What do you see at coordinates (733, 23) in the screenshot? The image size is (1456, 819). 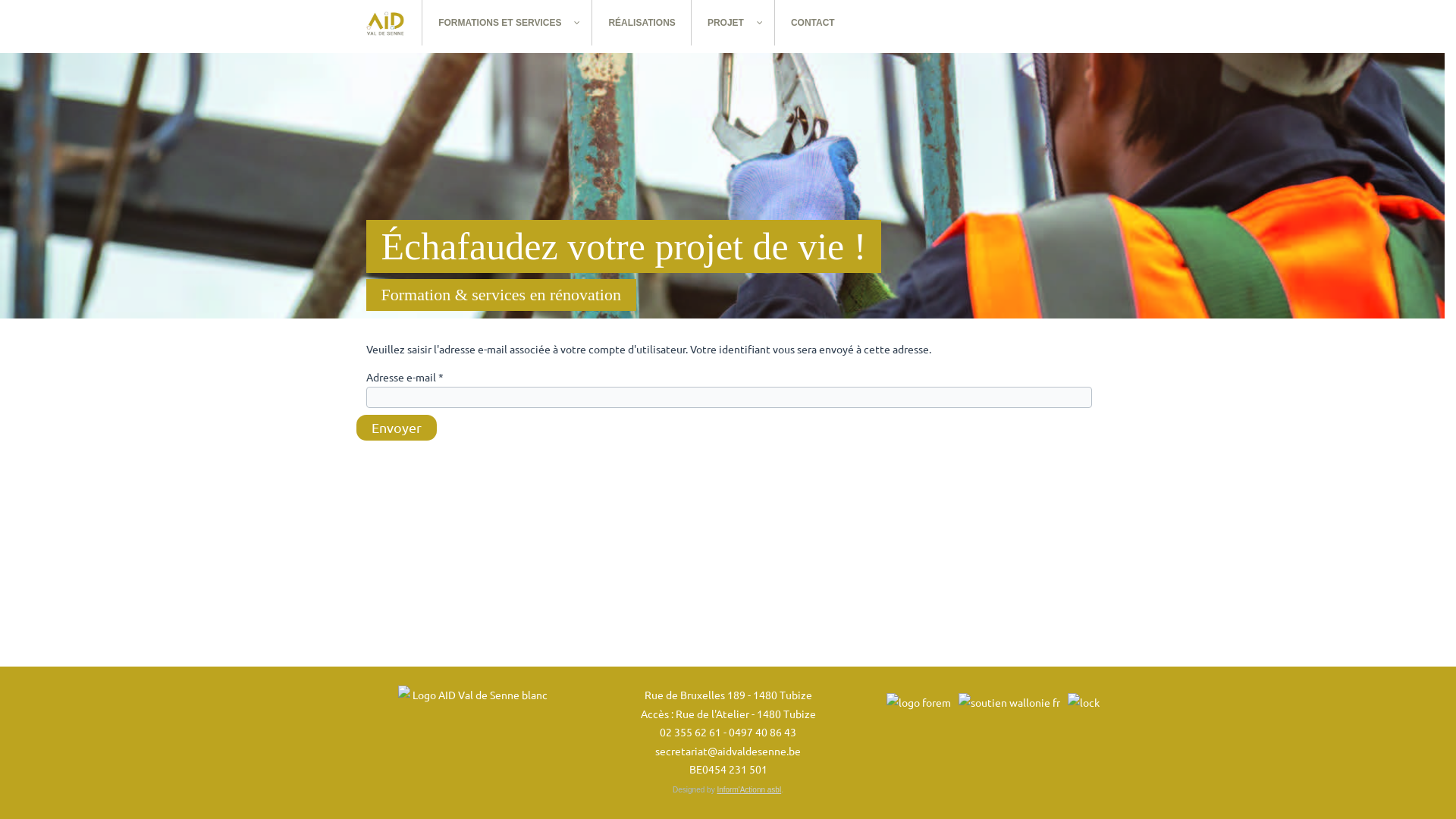 I see `'PROJET'` at bounding box center [733, 23].